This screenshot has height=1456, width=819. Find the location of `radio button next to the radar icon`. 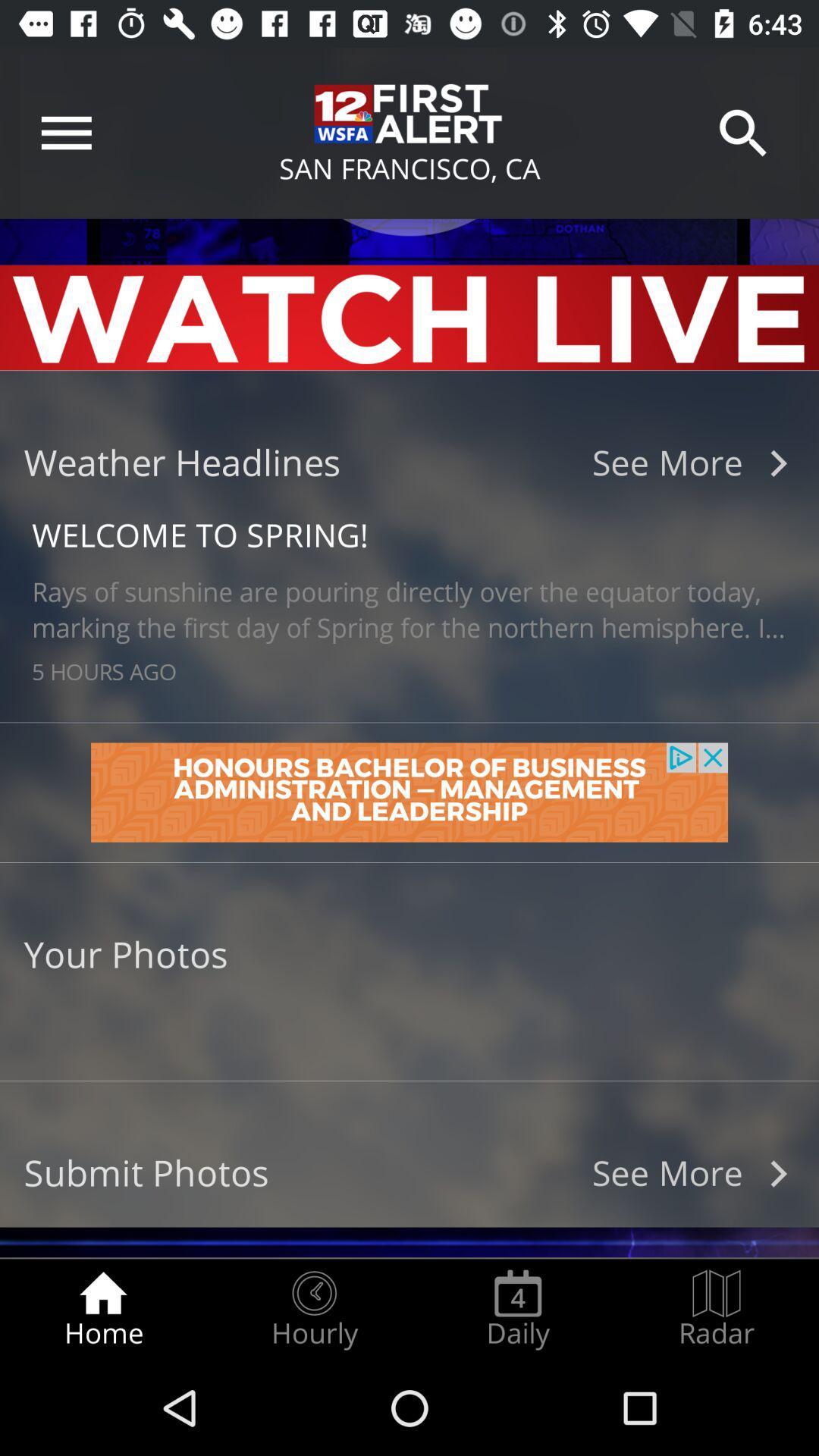

radio button next to the radar icon is located at coordinates (517, 1309).